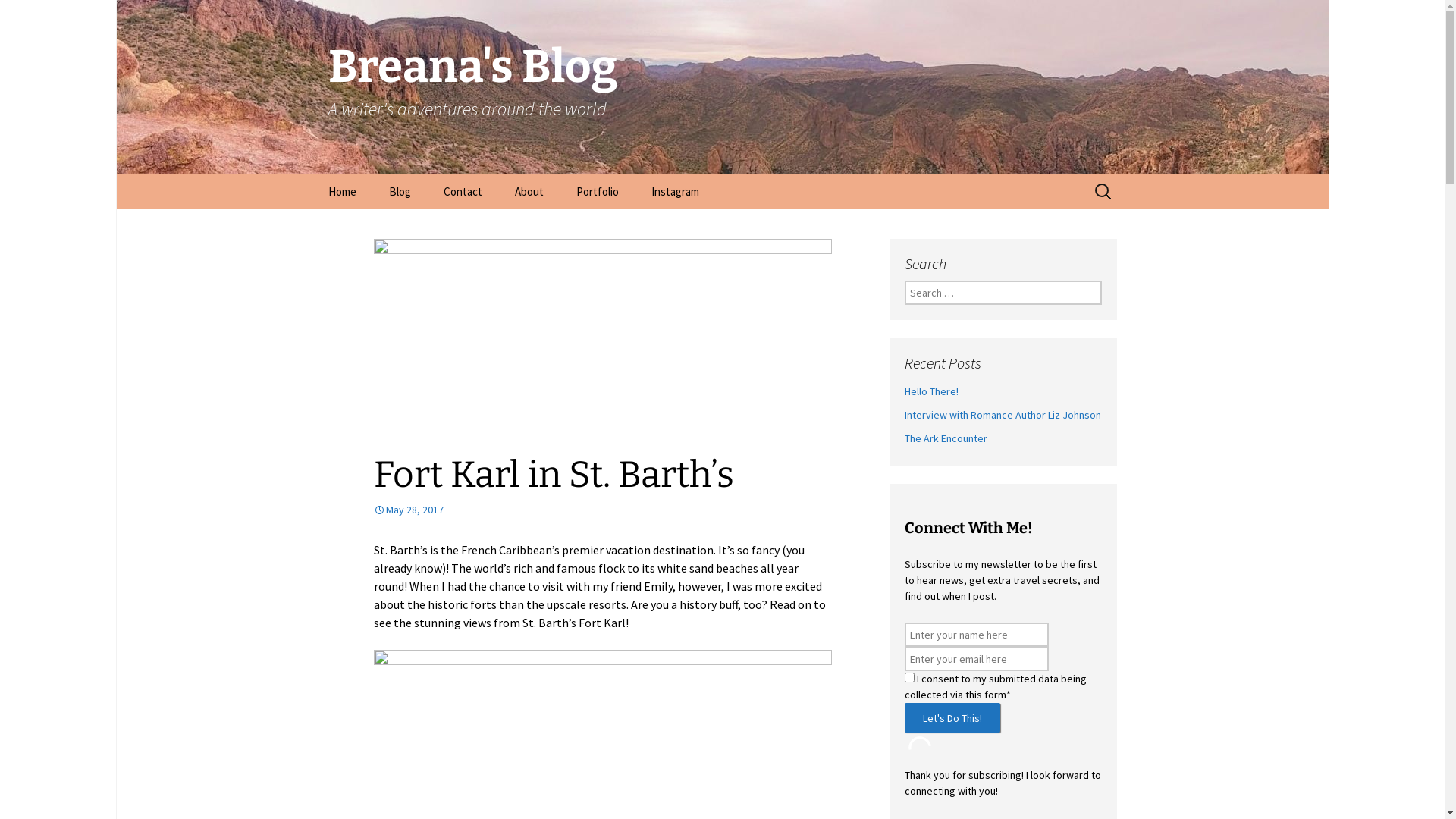 Image resolution: width=1456 pixels, height=819 pixels. I want to click on 'About', so click(528, 190).